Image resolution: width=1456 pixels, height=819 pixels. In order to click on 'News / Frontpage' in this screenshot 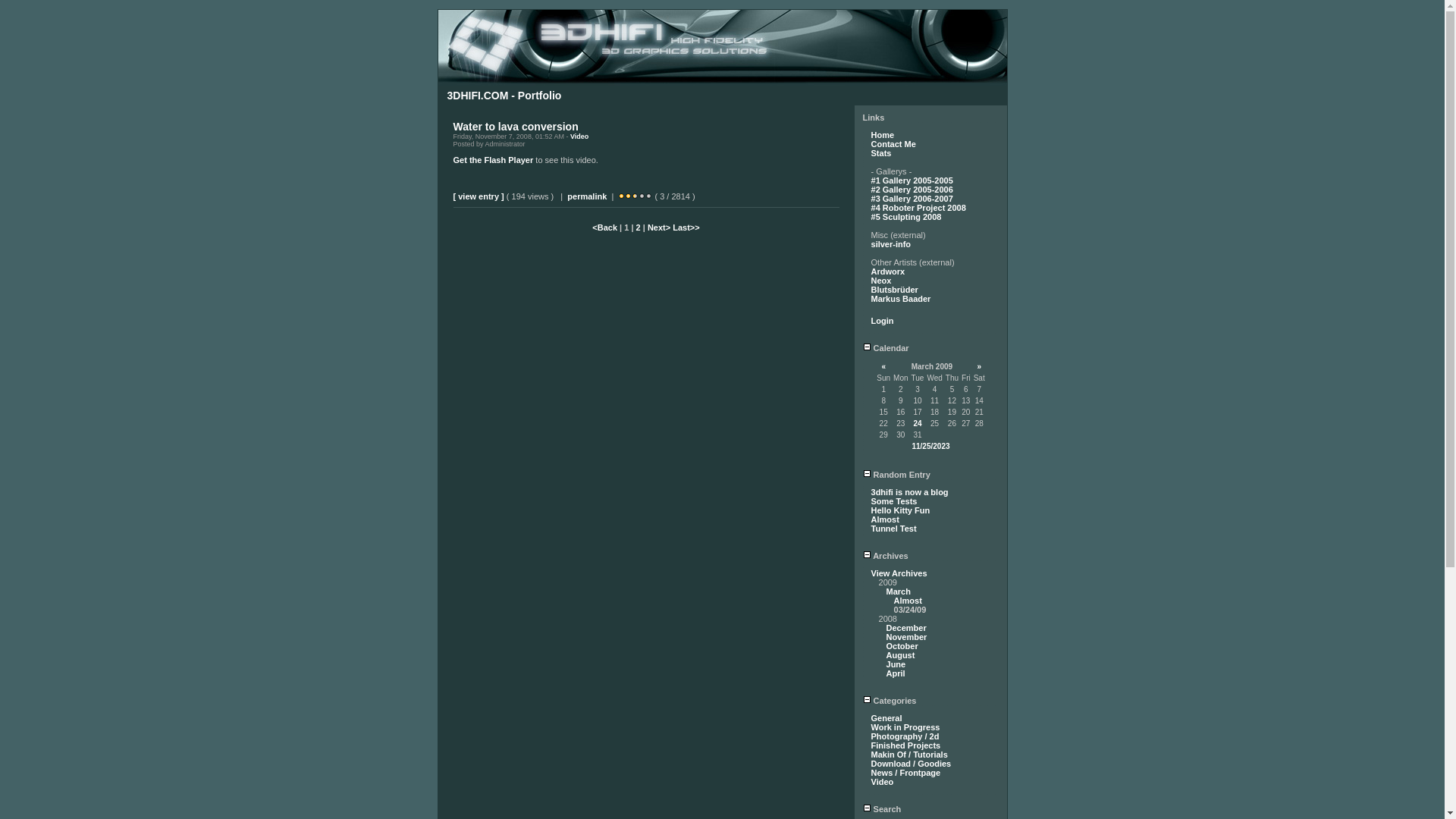, I will do `click(906, 772)`.